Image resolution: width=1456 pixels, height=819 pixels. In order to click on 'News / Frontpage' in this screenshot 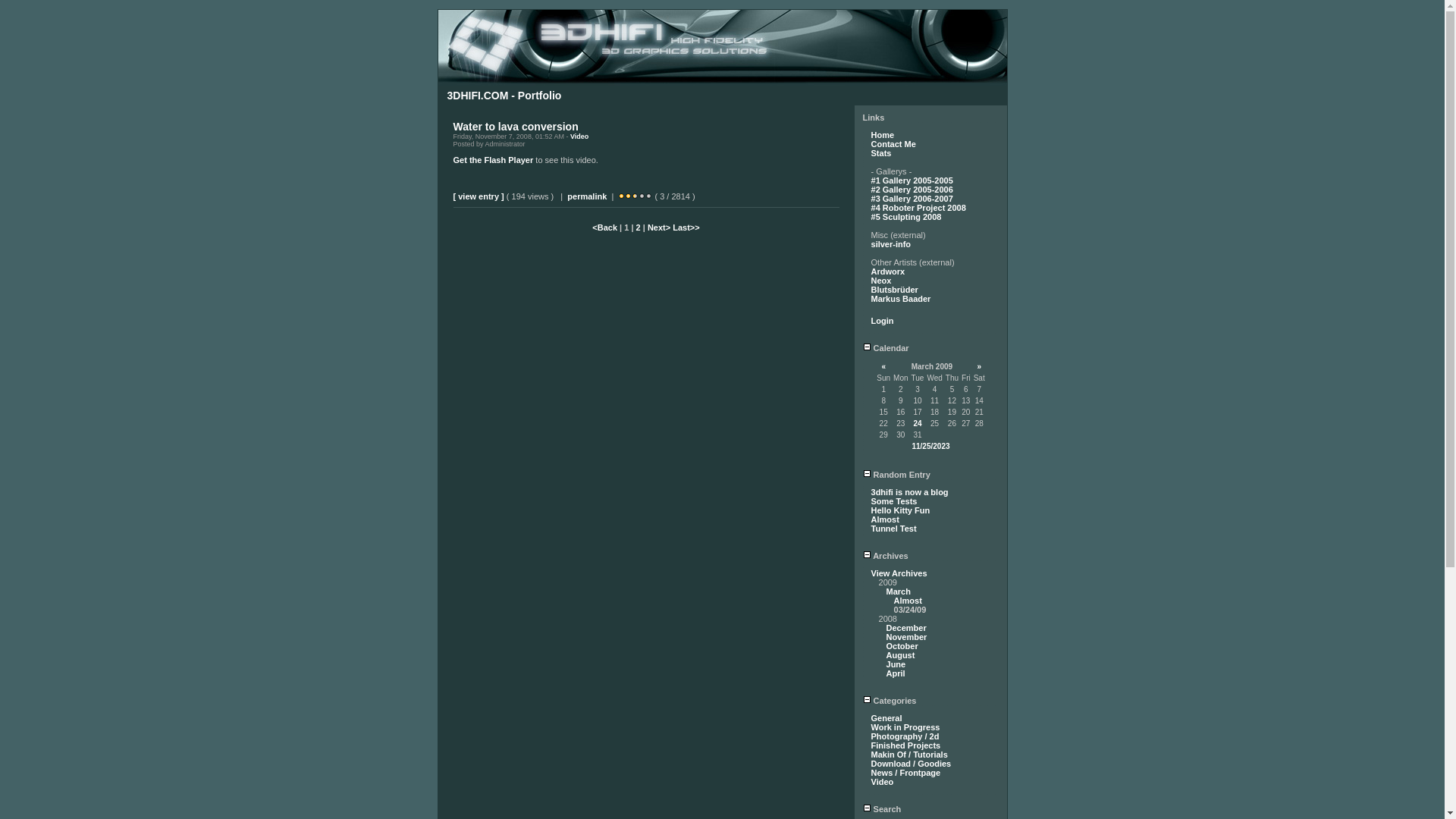, I will do `click(906, 772)`.